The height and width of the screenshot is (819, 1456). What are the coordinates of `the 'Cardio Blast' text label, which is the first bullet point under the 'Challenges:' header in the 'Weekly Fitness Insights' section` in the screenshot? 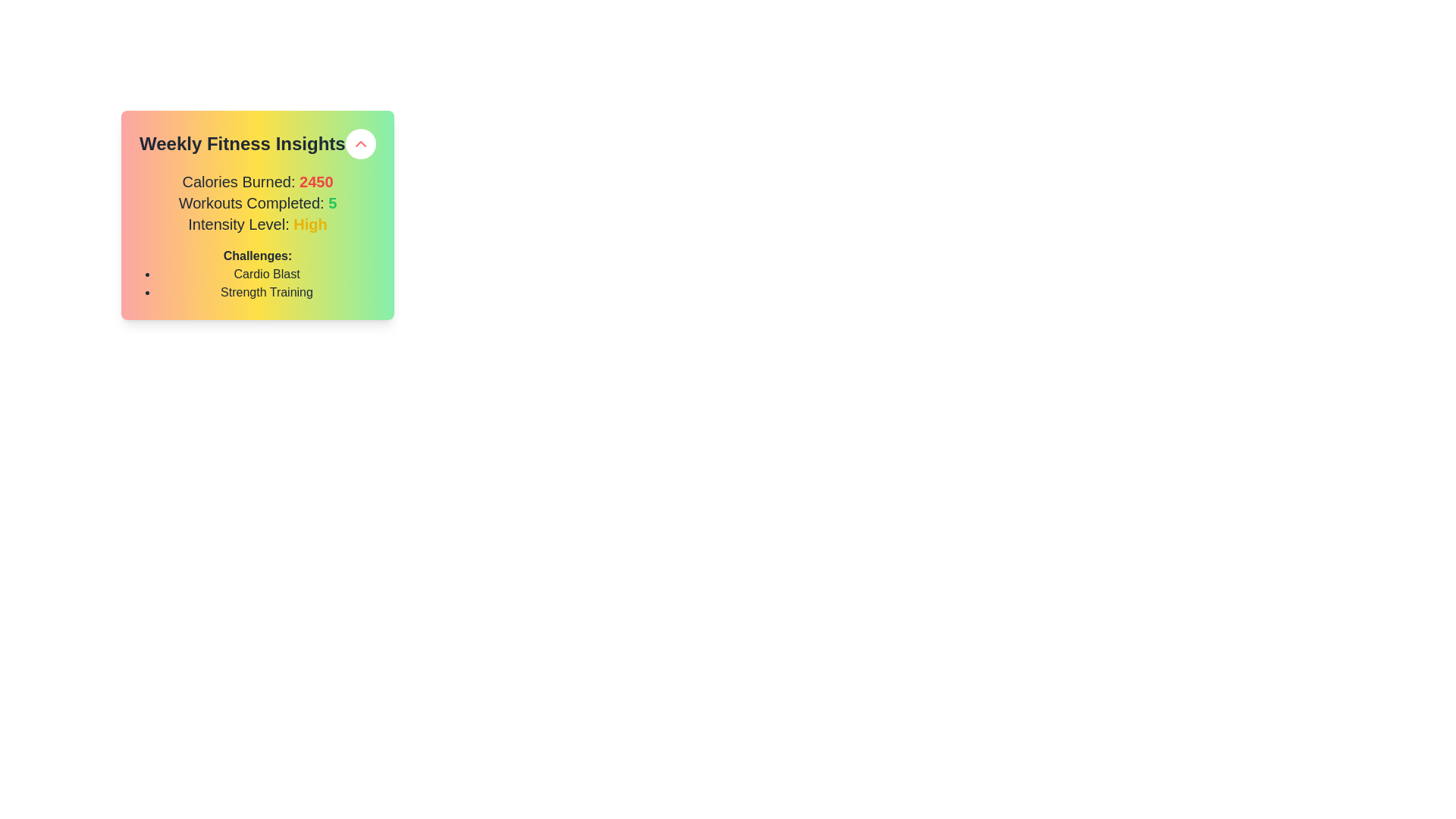 It's located at (266, 275).